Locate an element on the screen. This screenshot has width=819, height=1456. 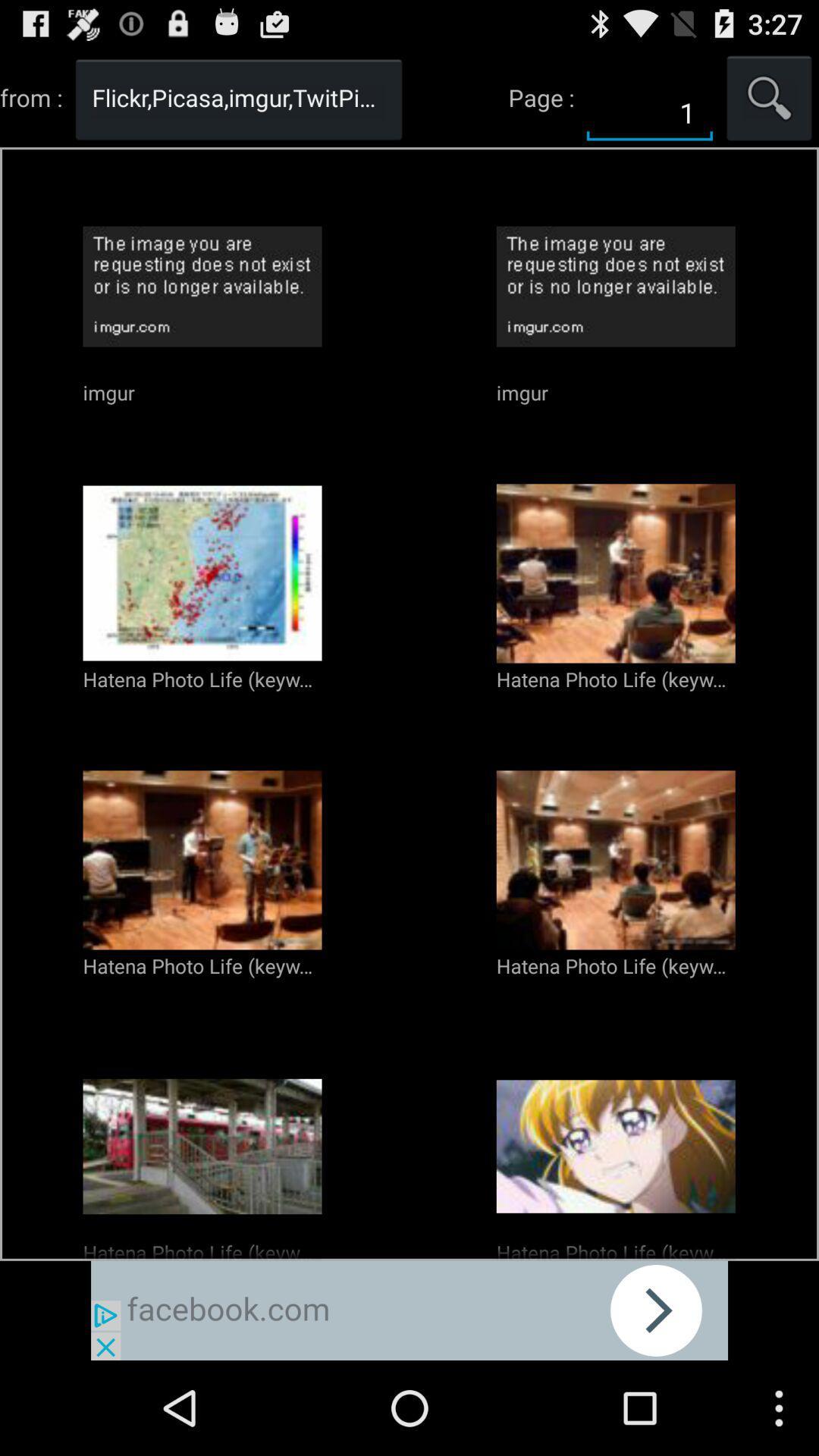
the search icon is located at coordinates (769, 103).